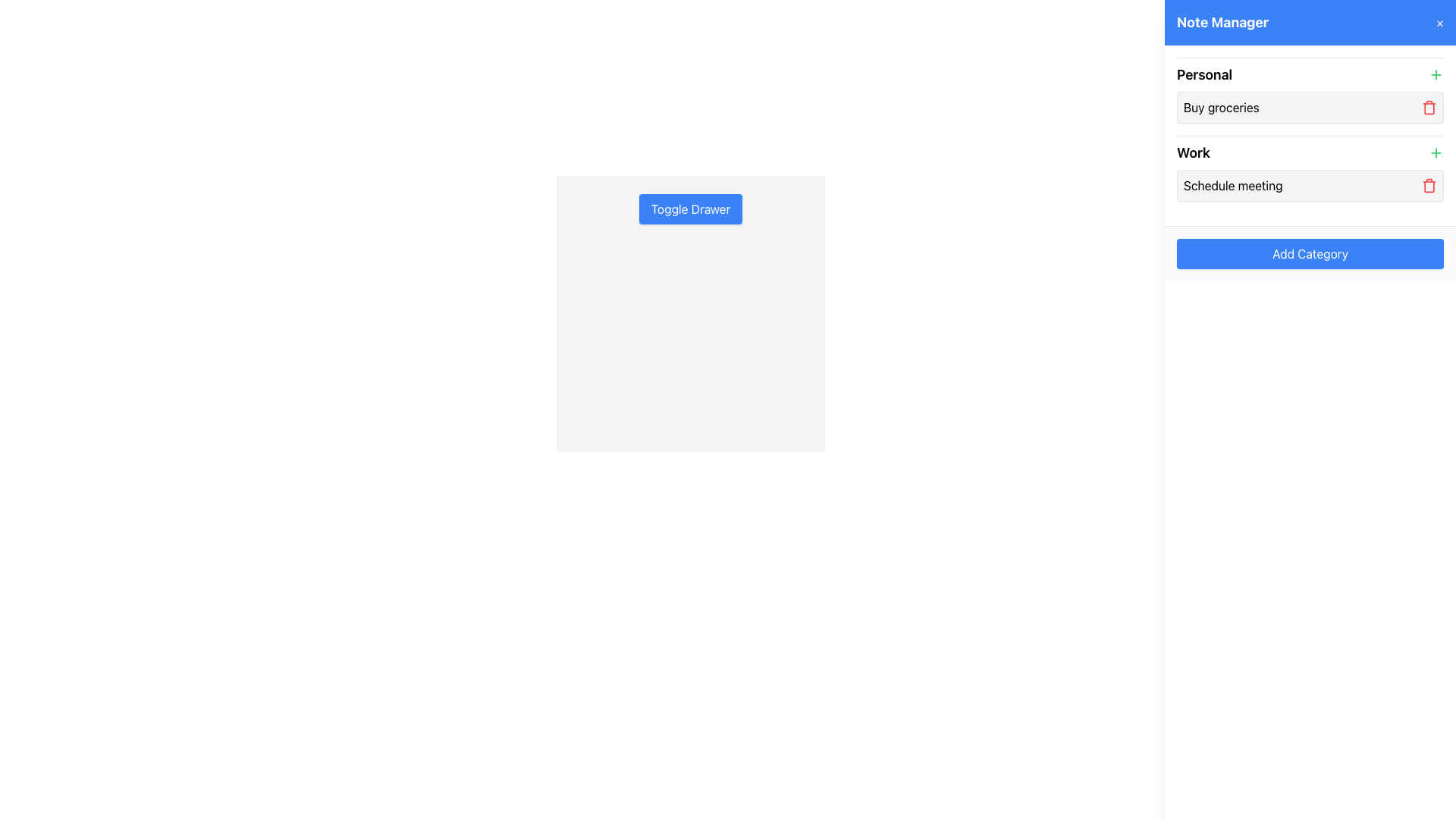 This screenshot has width=1456, height=819. What do you see at coordinates (1429, 107) in the screenshot?
I see `the red delete icon button adjacent to the 'Buy groceries' task label in the 'Note Manager' interface` at bounding box center [1429, 107].